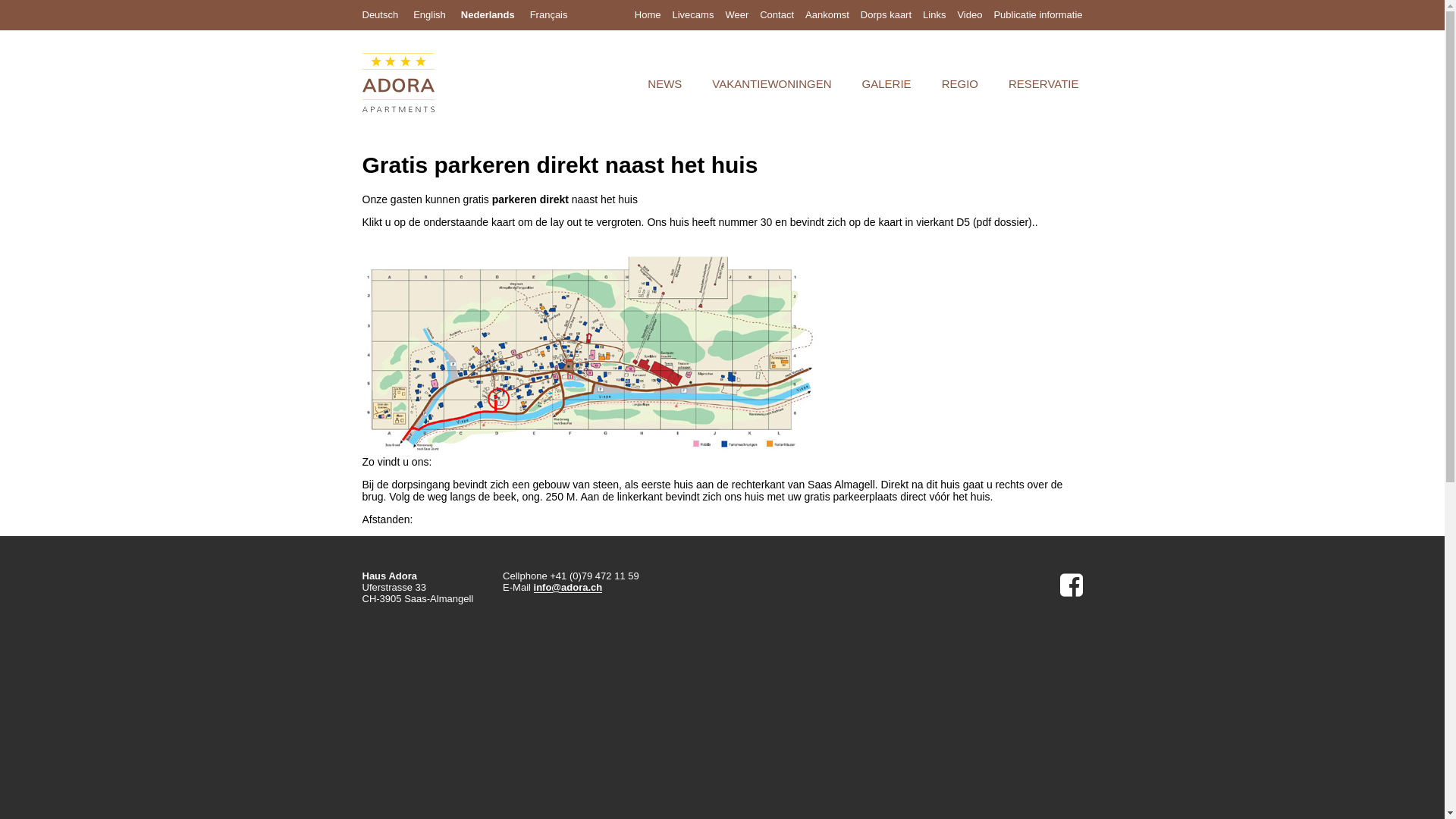  Describe the element at coordinates (381, 14) in the screenshot. I see `'Deutsch'` at that location.